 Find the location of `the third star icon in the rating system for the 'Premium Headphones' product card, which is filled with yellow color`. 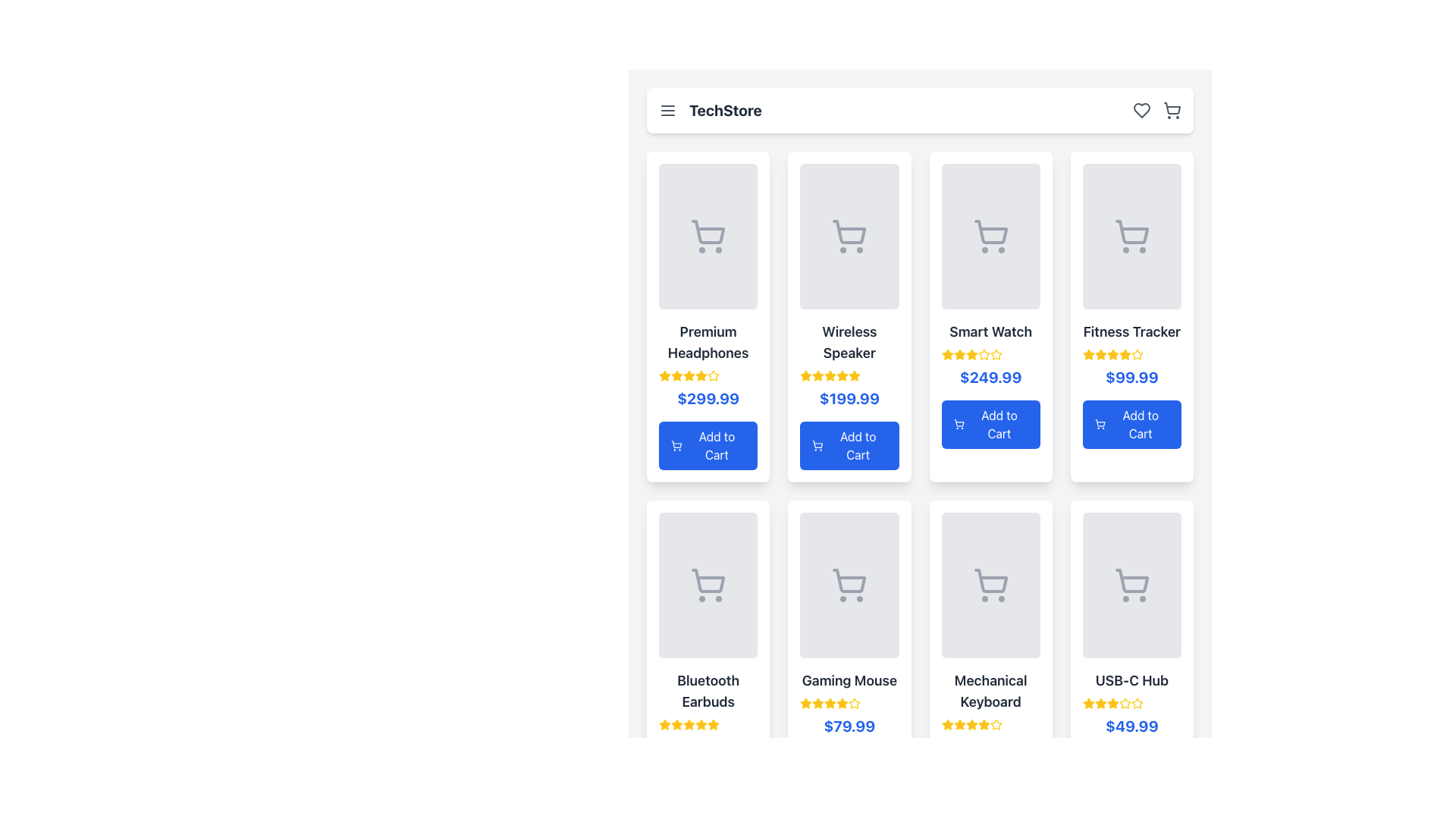

the third star icon in the rating system for the 'Premium Headphones' product card, which is filled with yellow color is located at coordinates (688, 375).